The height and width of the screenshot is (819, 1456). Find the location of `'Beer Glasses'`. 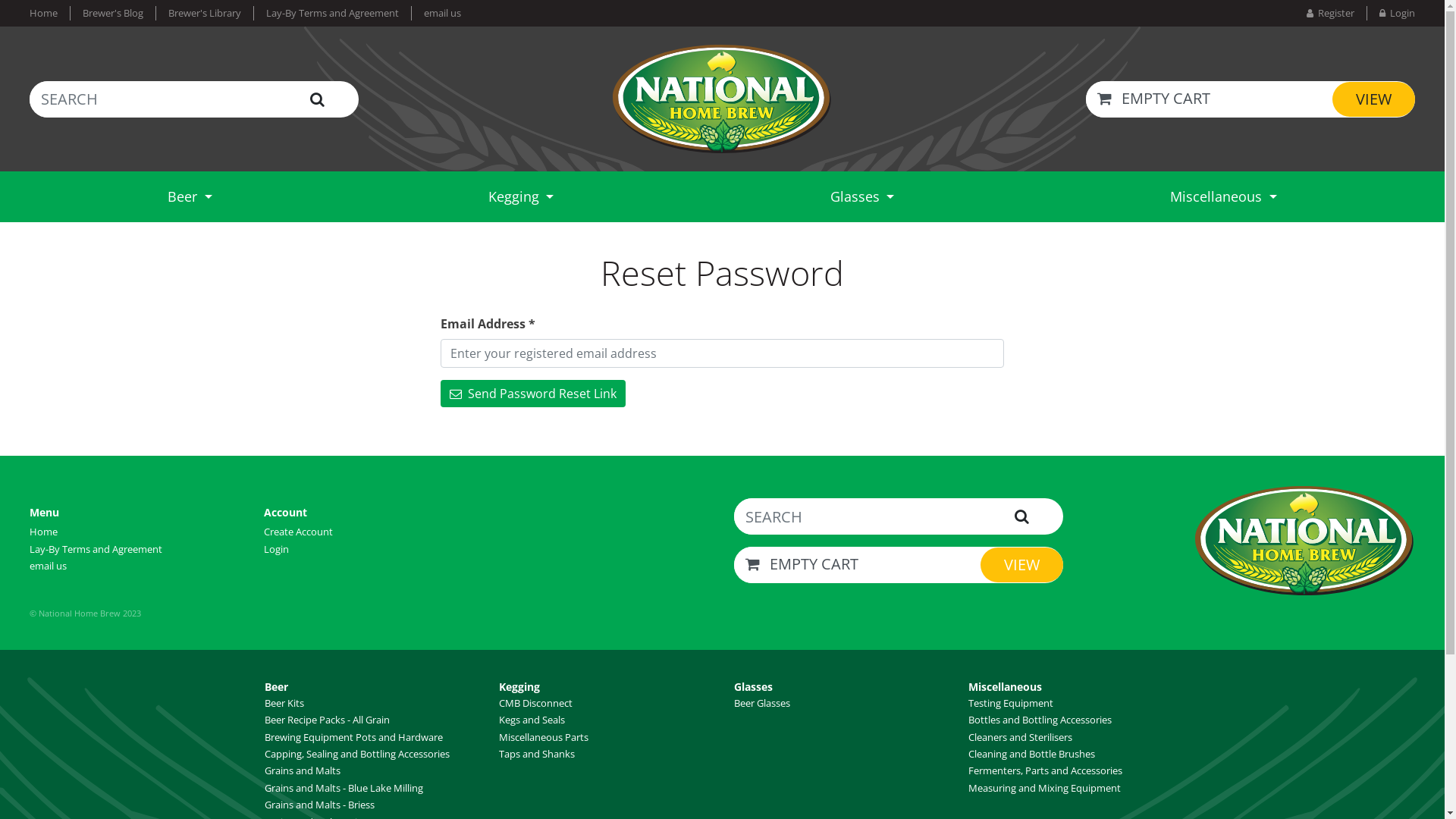

'Beer Glasses' is located at coordinates (761, 702).